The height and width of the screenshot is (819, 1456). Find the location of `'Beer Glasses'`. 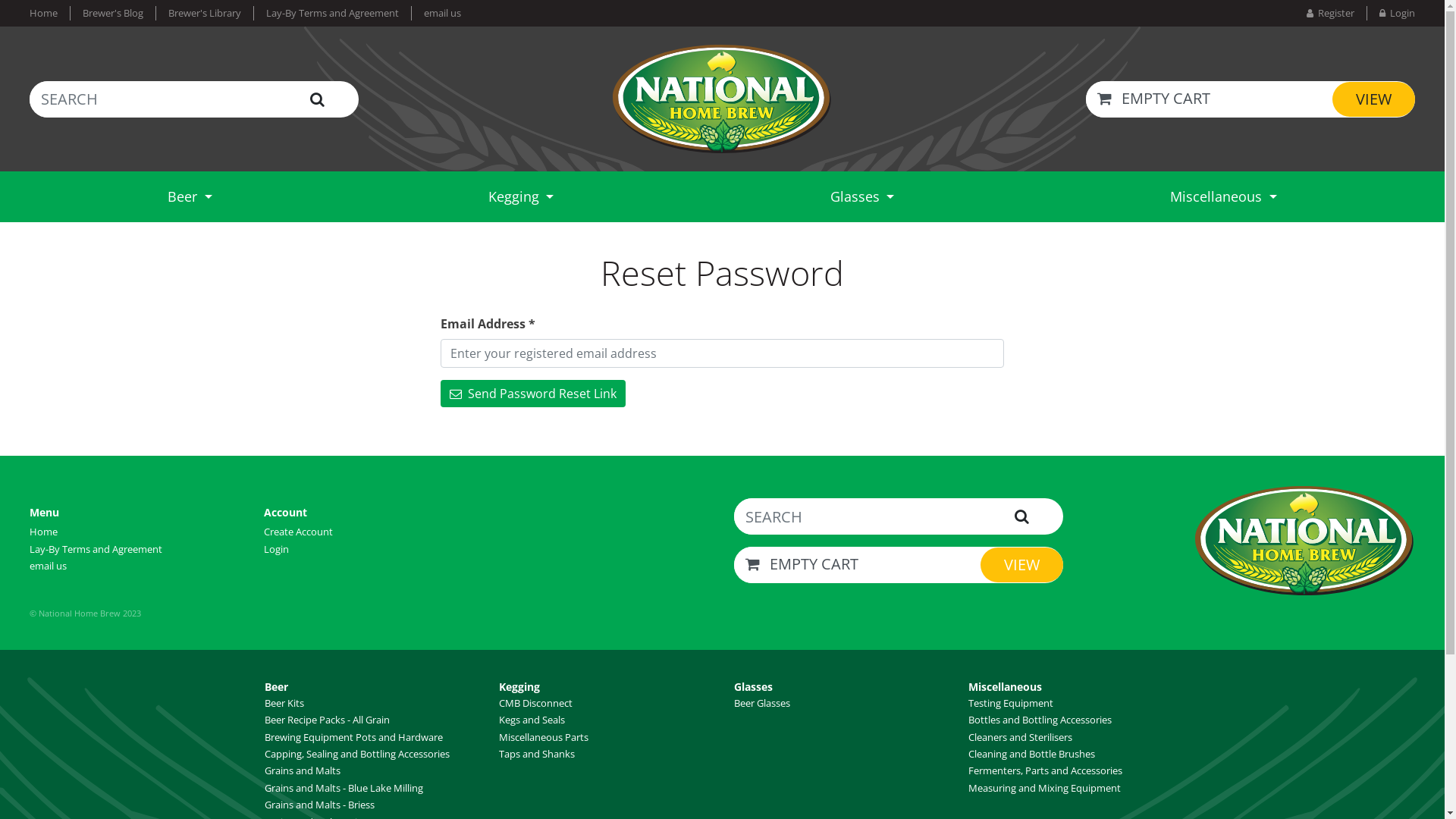

'Beer Glasses' is located at coordinates (761, 702).